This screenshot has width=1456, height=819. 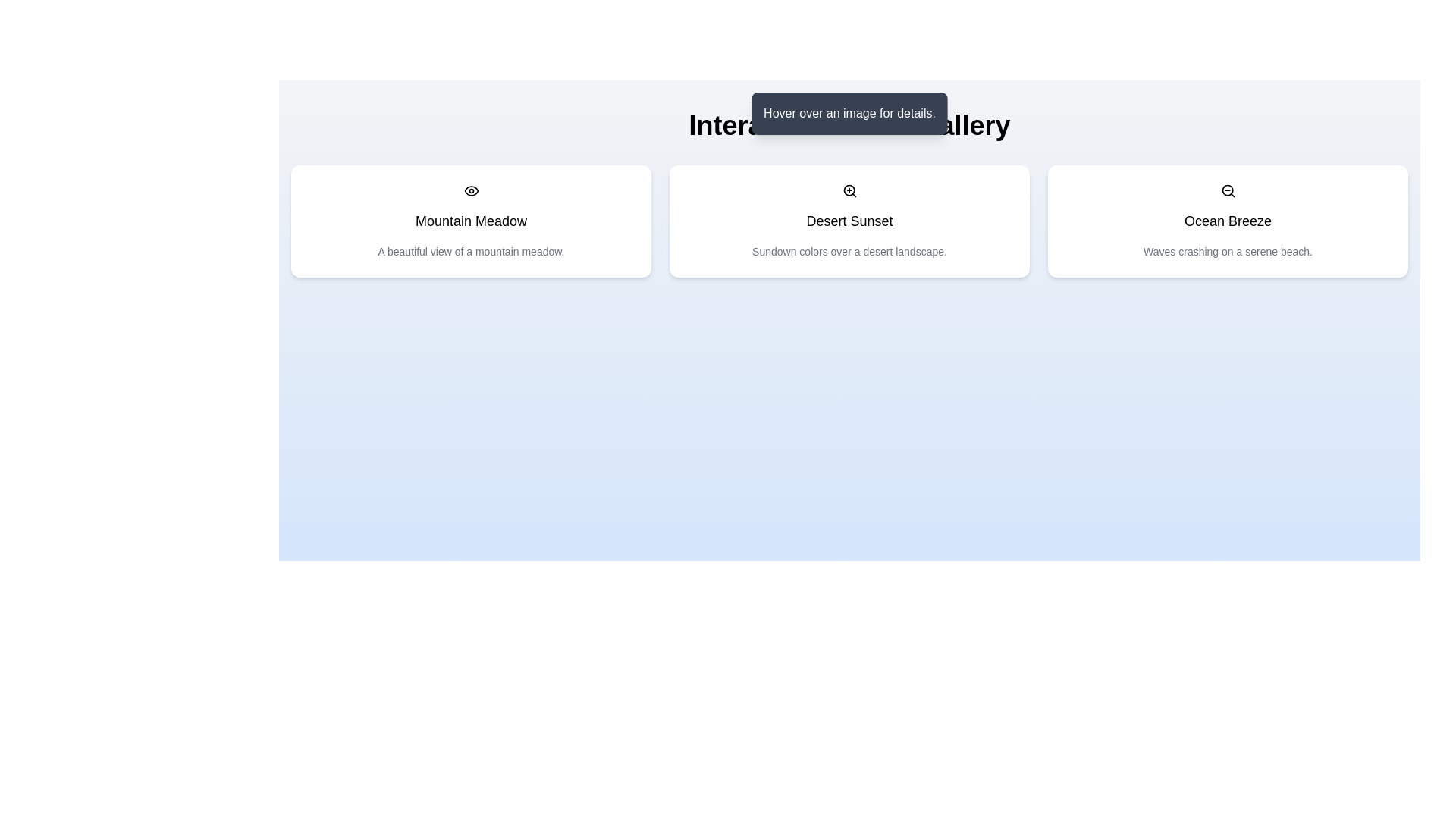 I want to click on the circular shape within the zoom-in icon, which features a plus sign, located above the 'Desert Sunset' card in the application's layout, so click(x=848, y=190).